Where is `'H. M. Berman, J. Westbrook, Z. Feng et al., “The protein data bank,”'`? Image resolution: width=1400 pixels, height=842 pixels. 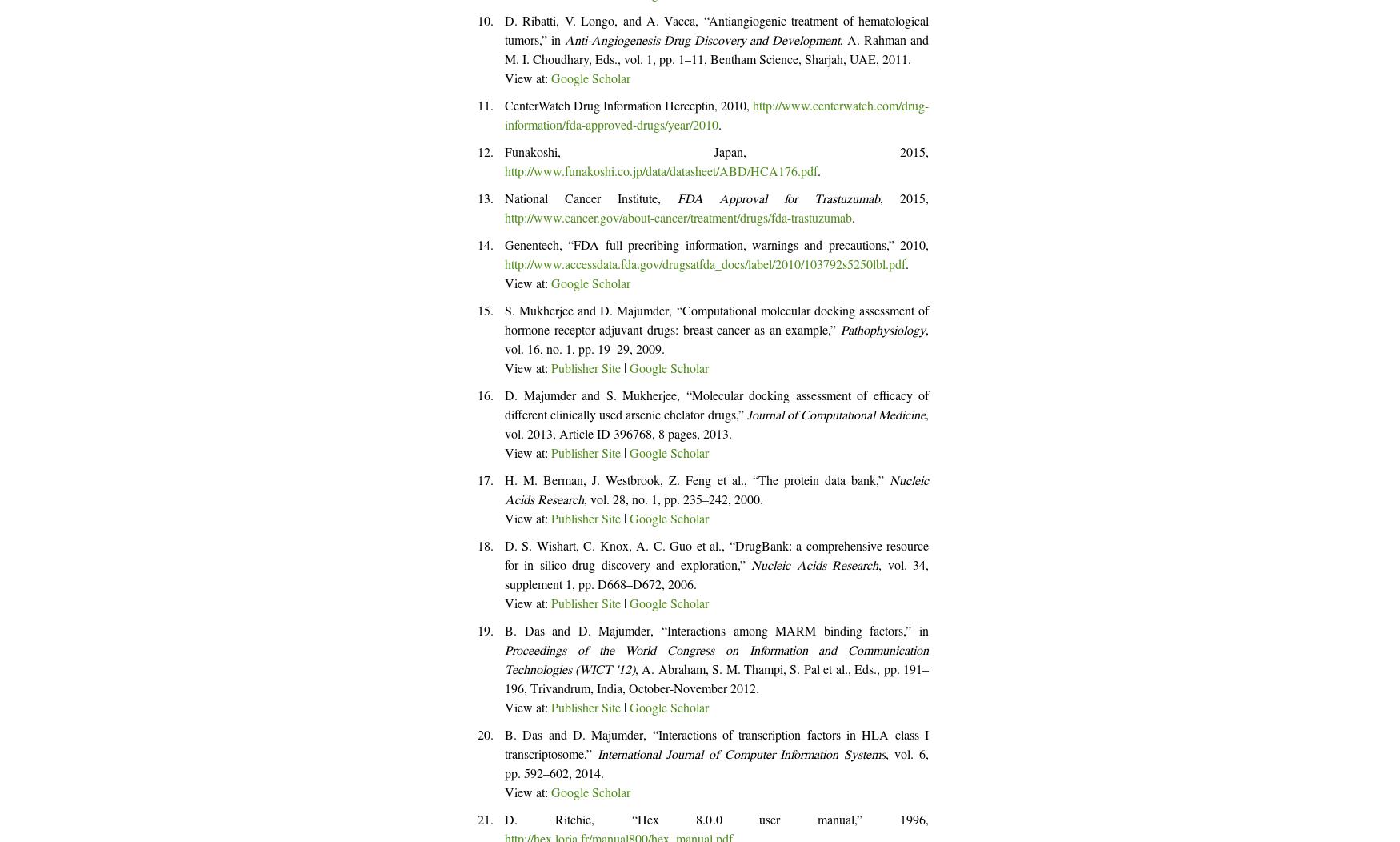
'H. M. Berman, J. Westbrook, Z. Feng et al., “The protein data bank,”' is located at coordinates (697, 482).